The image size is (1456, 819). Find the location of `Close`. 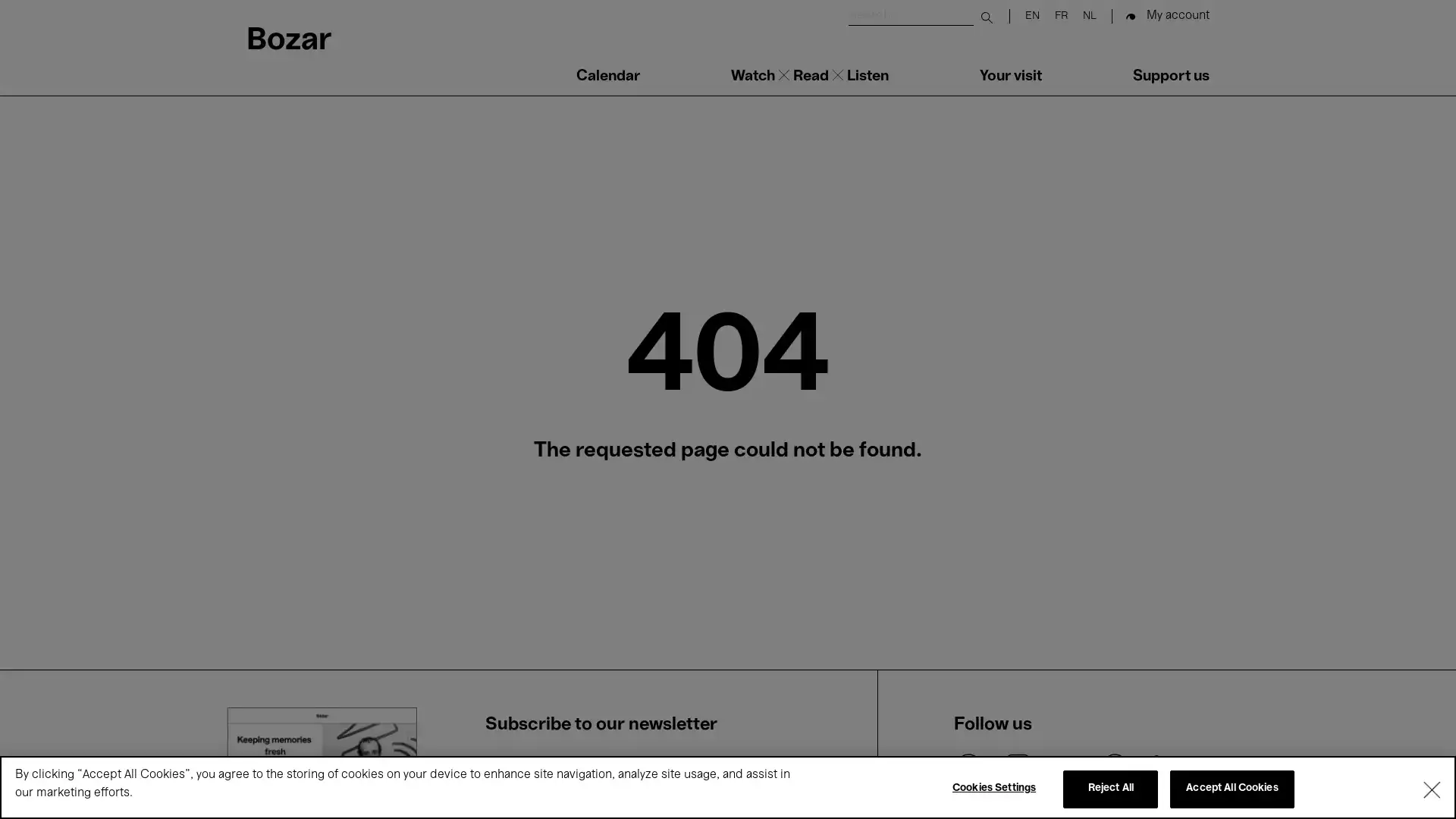

Close is located at coordinates (1430, 789).